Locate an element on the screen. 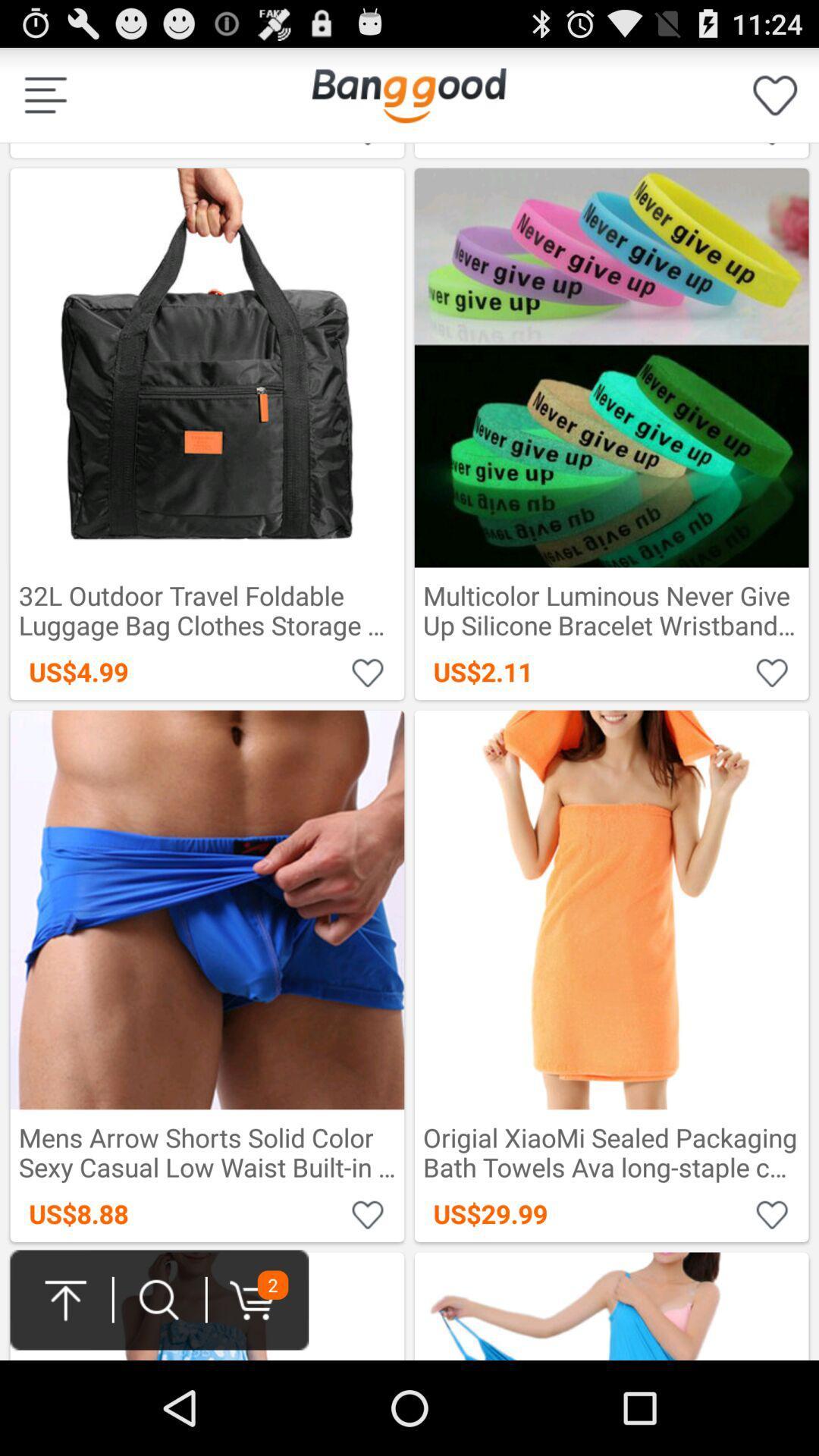 The image size is (819, 1456). main menu is located at coordinates (408, 94).